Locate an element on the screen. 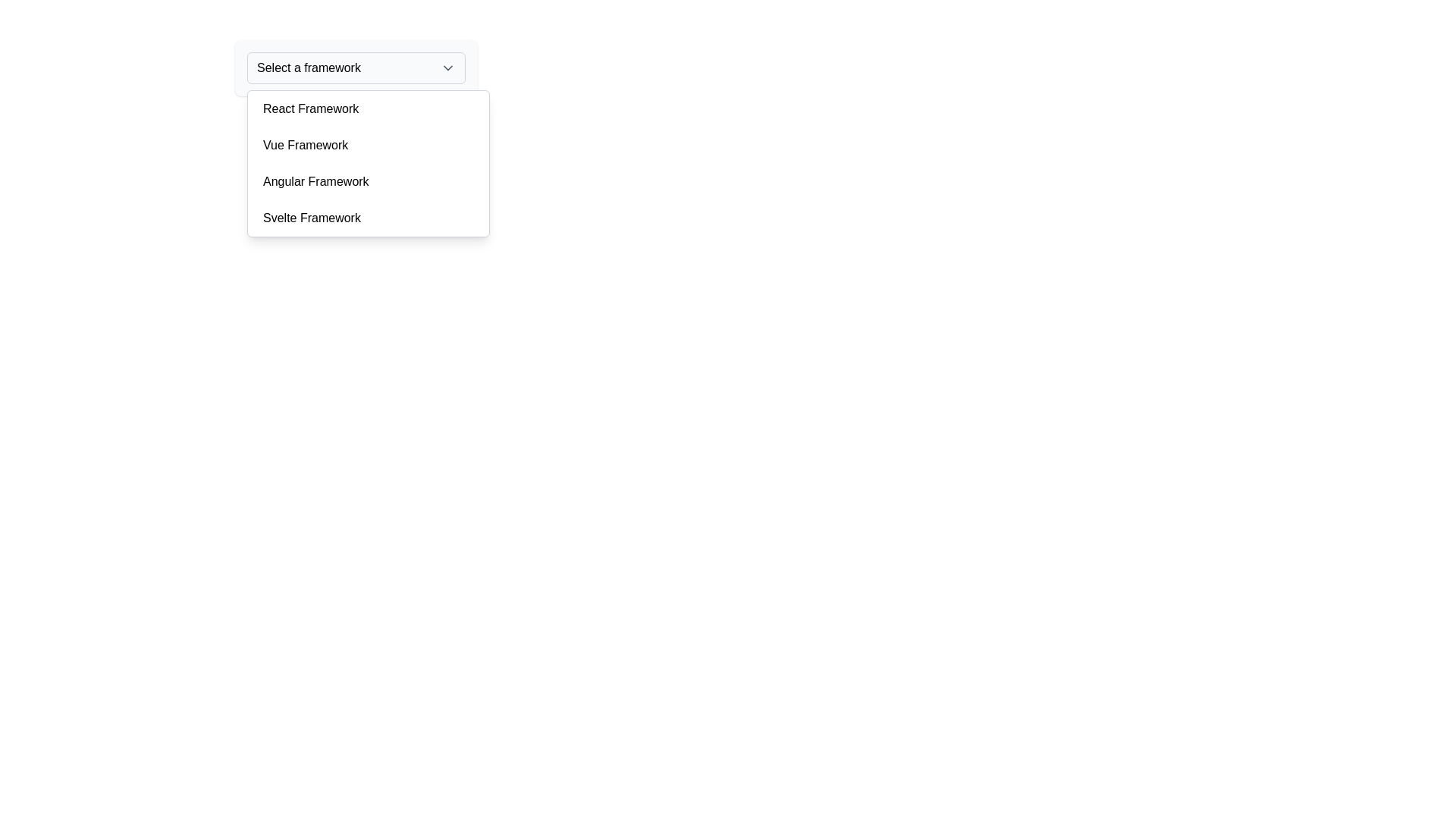  Text label located in the dropdown header section of the menu interface, which indicates the current selection or purpose of the dropdown menu is located at coordinates (308, 67).